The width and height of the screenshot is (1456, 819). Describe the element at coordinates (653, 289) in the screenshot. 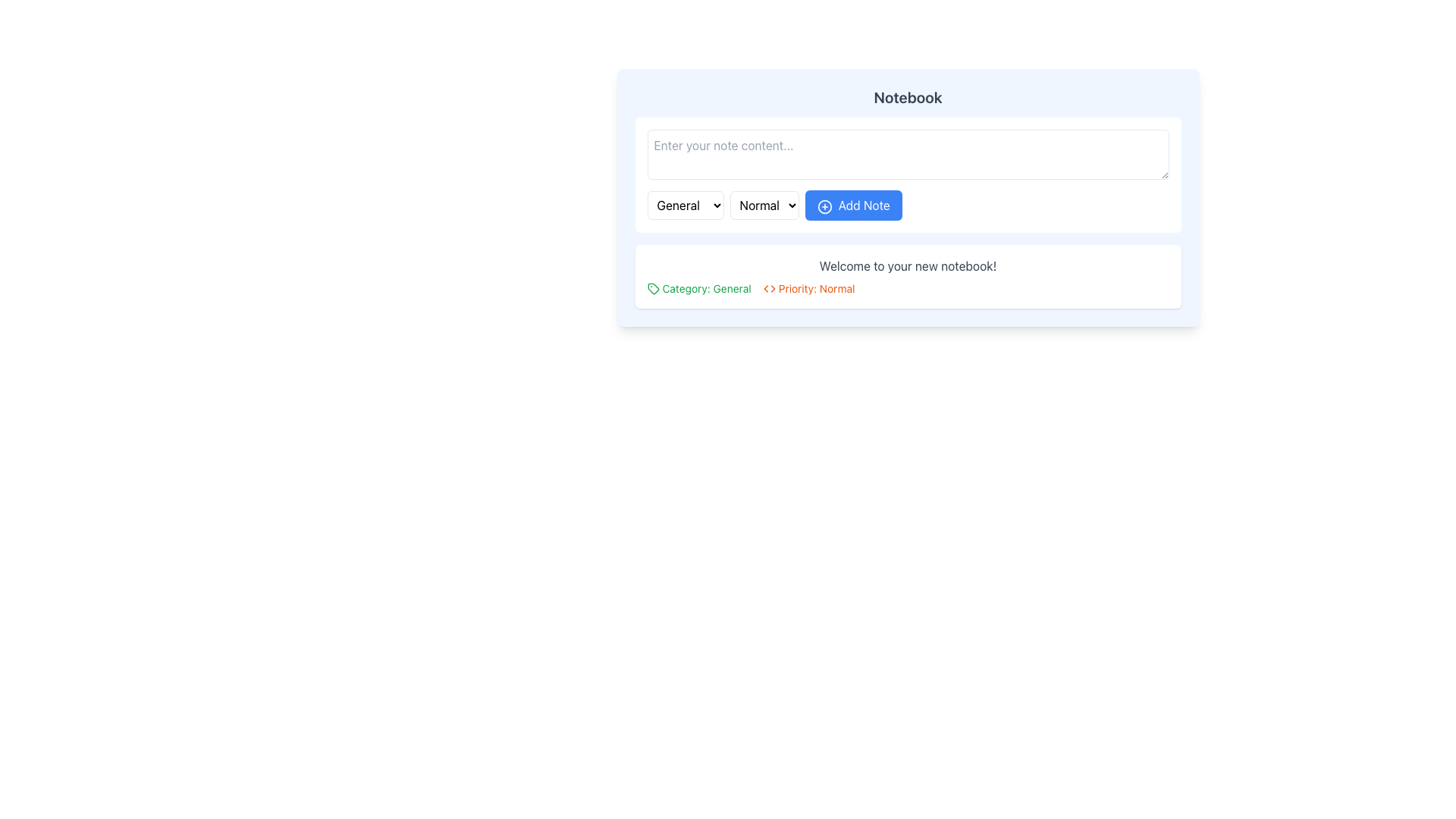

I see `the tag icon outlined with a green stroke positioned before the text 'Category: General'` at that location.